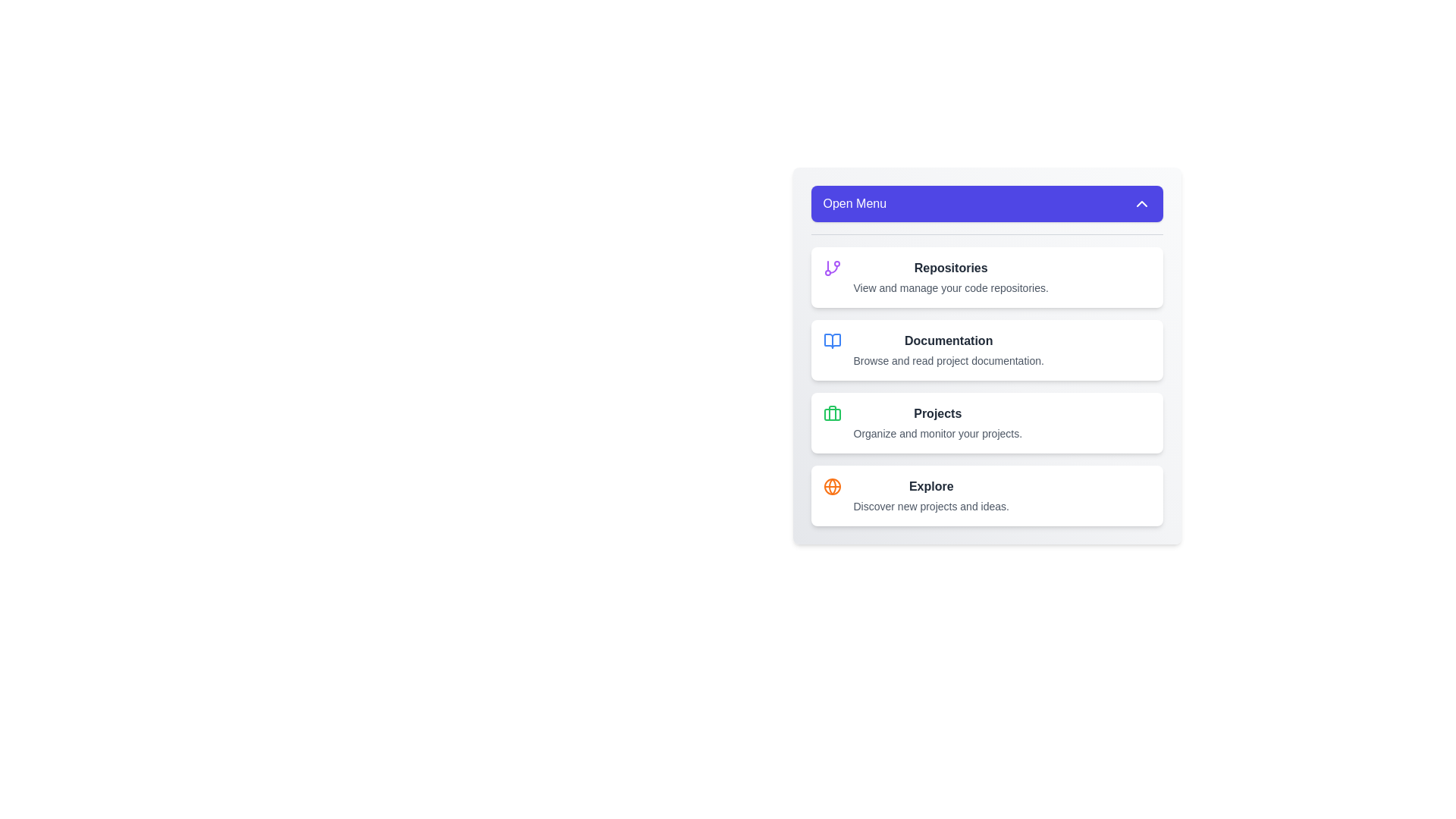 The height and width of the screenshot is (819, 1456). Describe the element at coordinates (987, 379) in the screenshot. I see `the vertically arranged list of descriptive items located beneath the 'Open Menu' button` at that location.